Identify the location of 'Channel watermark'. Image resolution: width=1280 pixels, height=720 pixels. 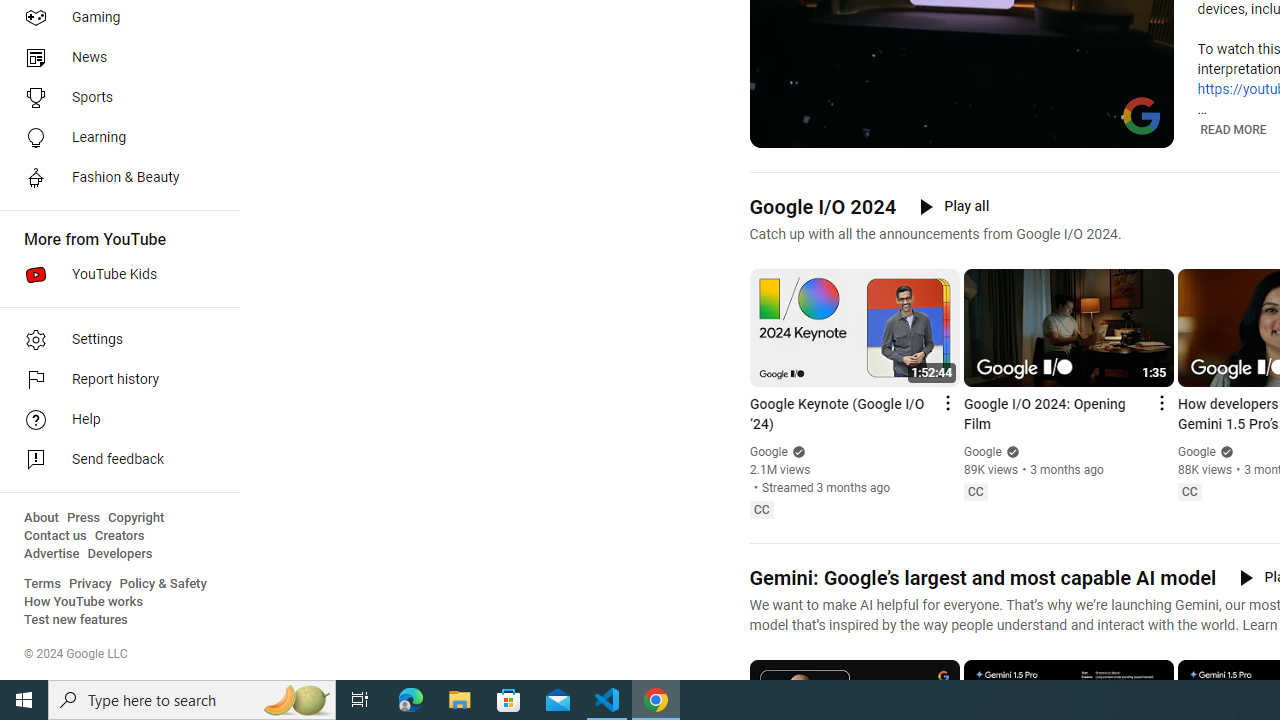
(1141, 115).